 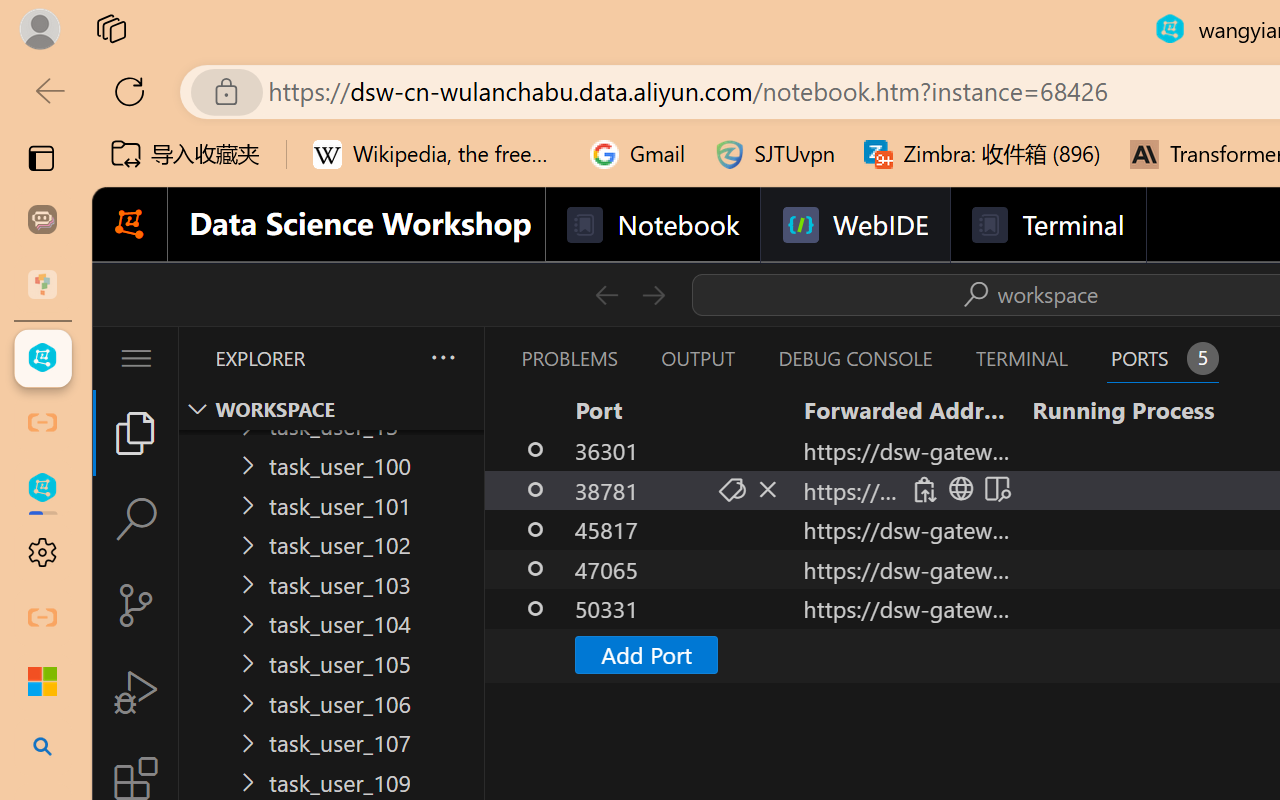 I want to click on 'Terminal', so click(x=1046, y=225).